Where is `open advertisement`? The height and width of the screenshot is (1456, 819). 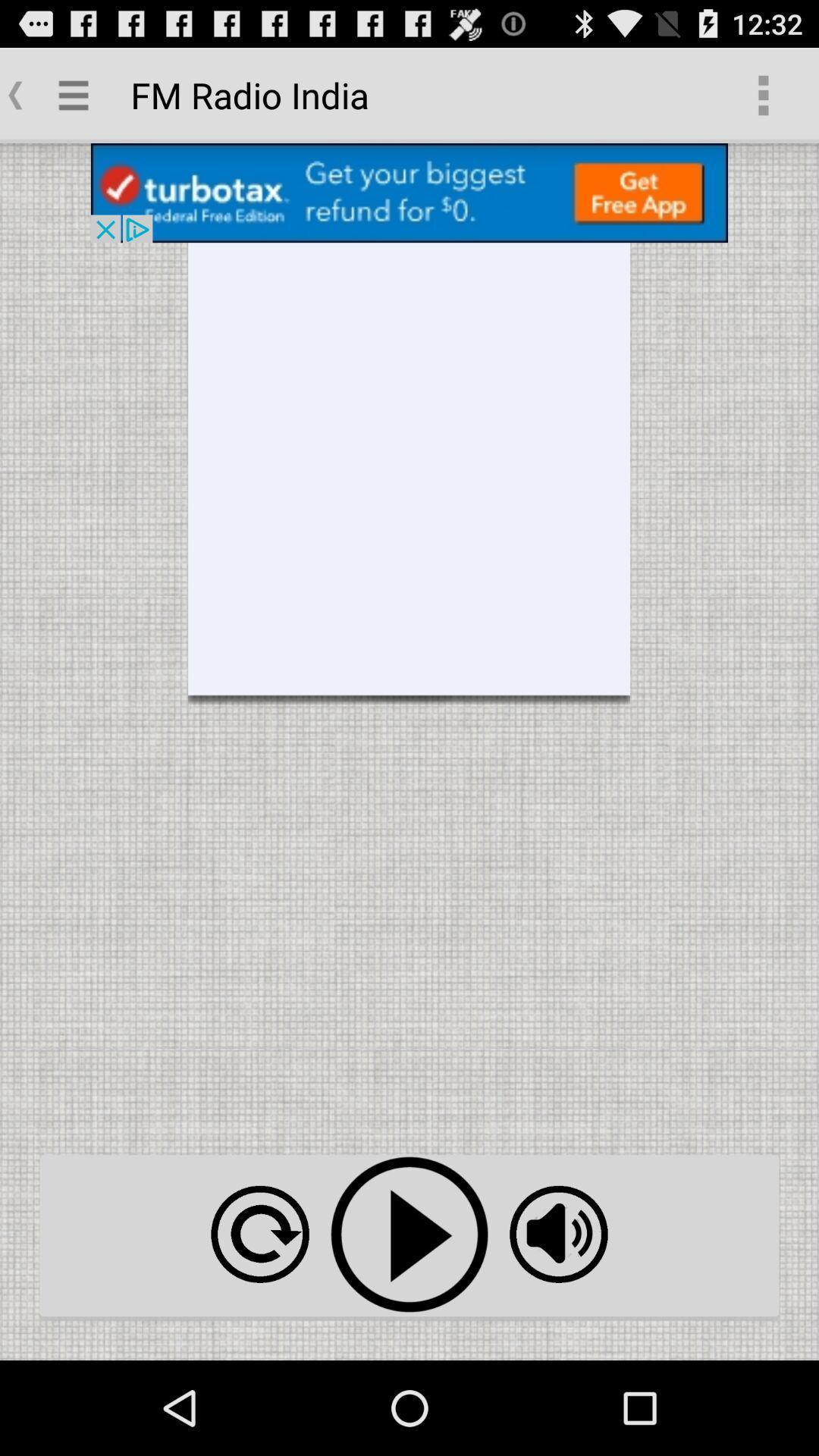 open advertisement is located at coordinates (409, 192).